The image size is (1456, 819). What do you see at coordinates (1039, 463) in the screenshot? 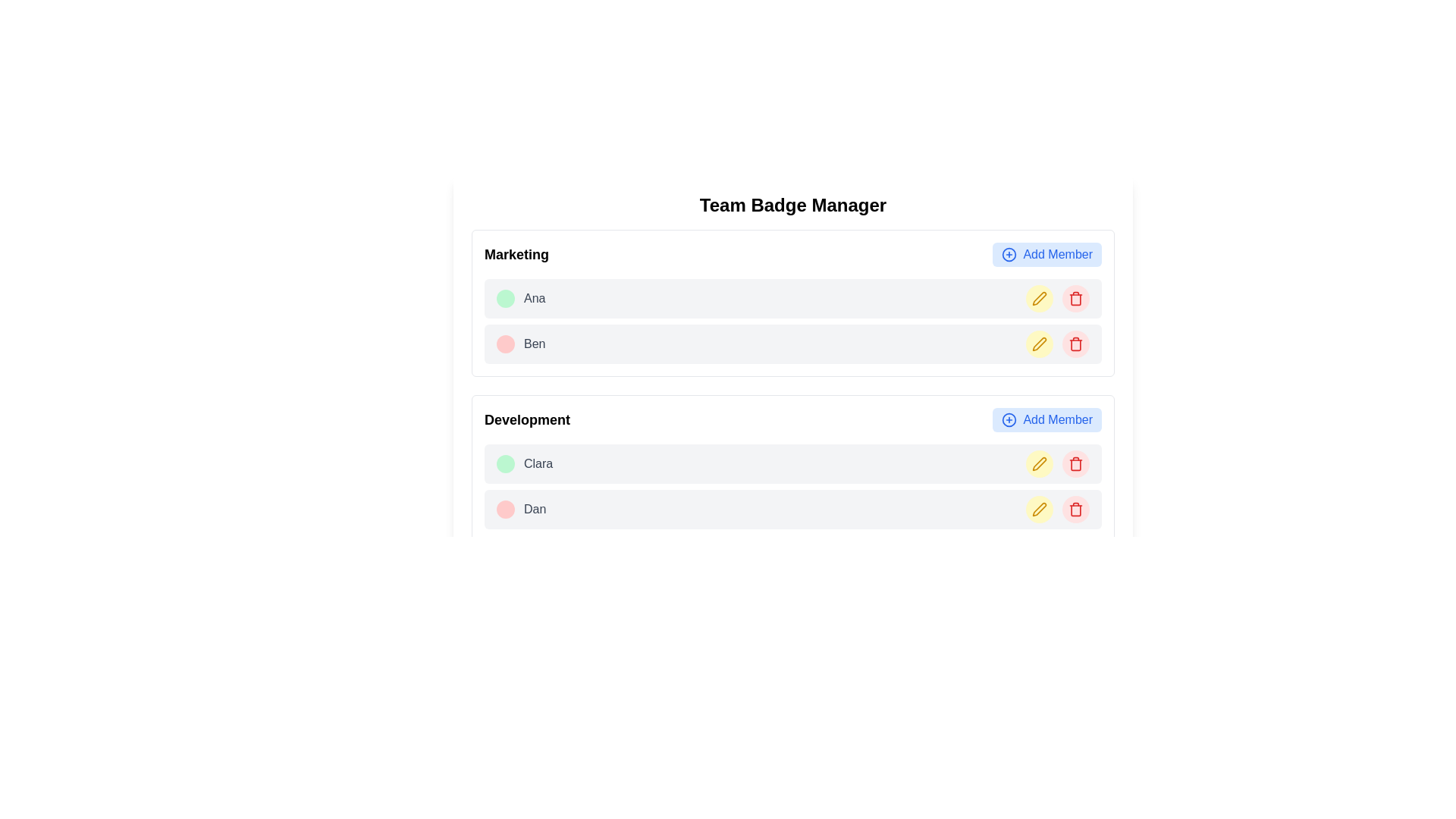
I see `the edit button located in the 'Development' section, which is the second button from the left in a horizontal group of three buttons` at bounding box center [1039, 463].